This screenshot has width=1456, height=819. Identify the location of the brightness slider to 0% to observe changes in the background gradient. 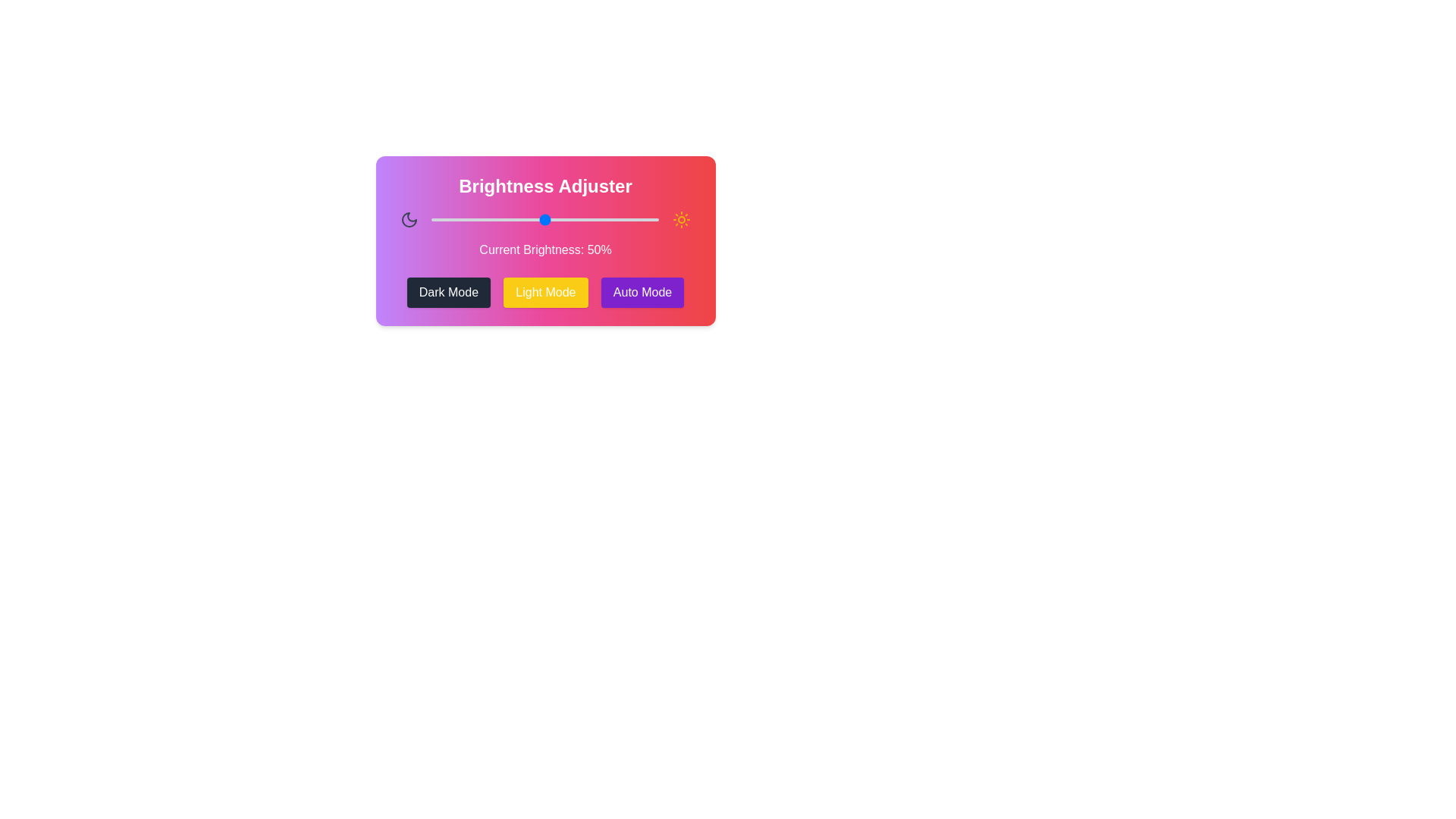
(431, 219).